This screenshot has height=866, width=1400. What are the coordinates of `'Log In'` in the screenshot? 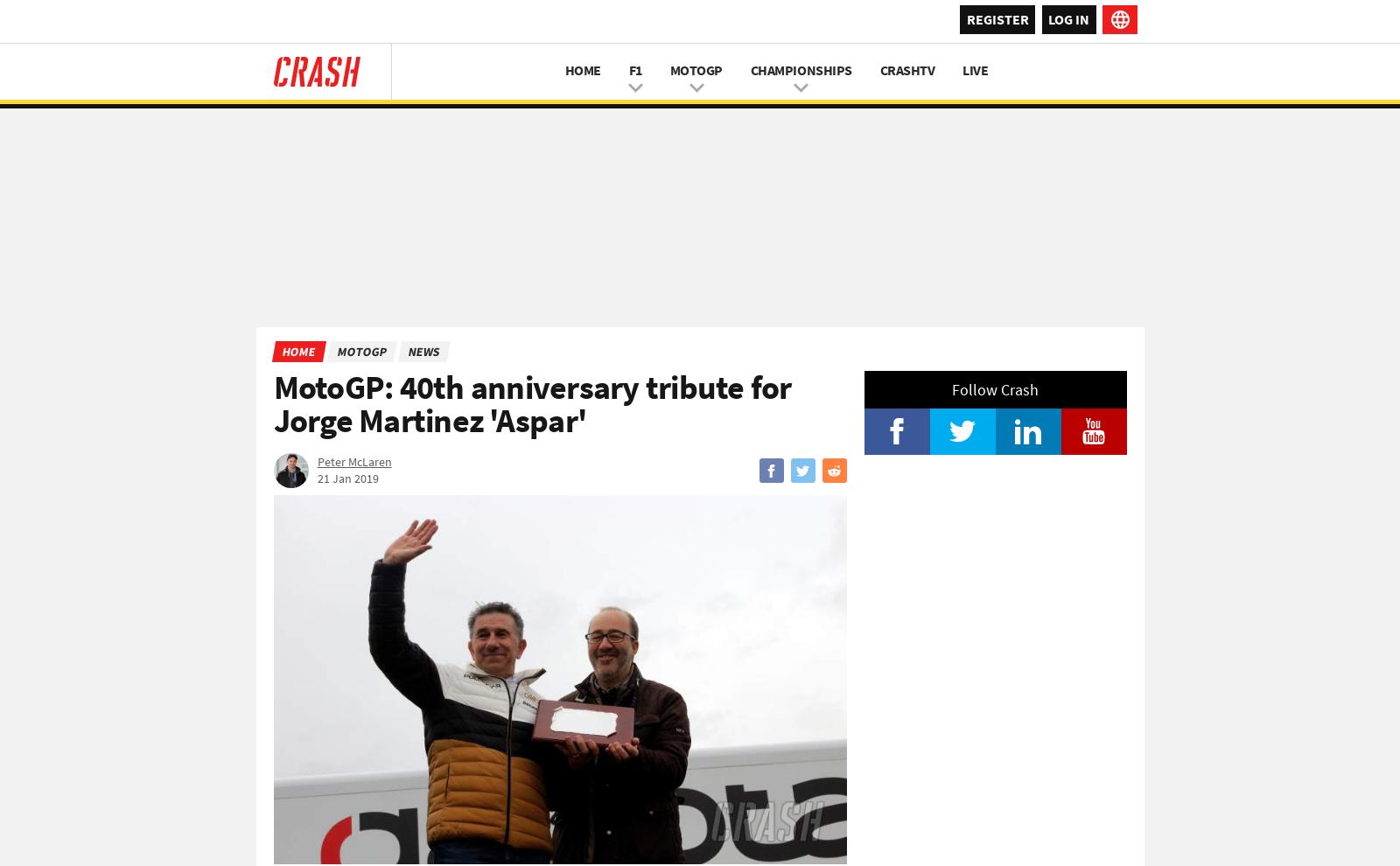 It's located at (1067, 17).